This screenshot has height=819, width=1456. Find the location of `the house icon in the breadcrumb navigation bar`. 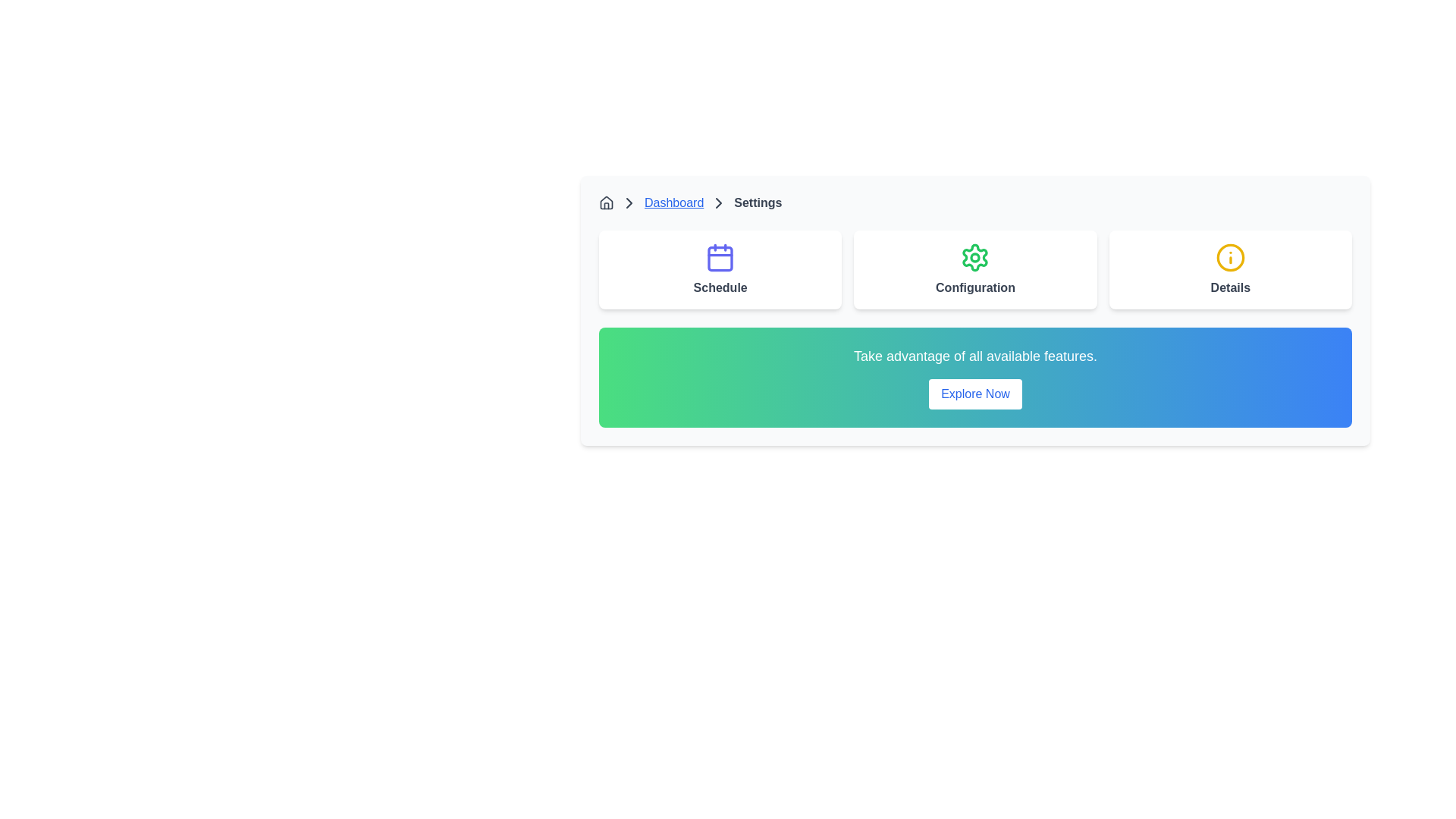

the house icon in the breadcrumb navigation bar is located at coordinates (607, 201).